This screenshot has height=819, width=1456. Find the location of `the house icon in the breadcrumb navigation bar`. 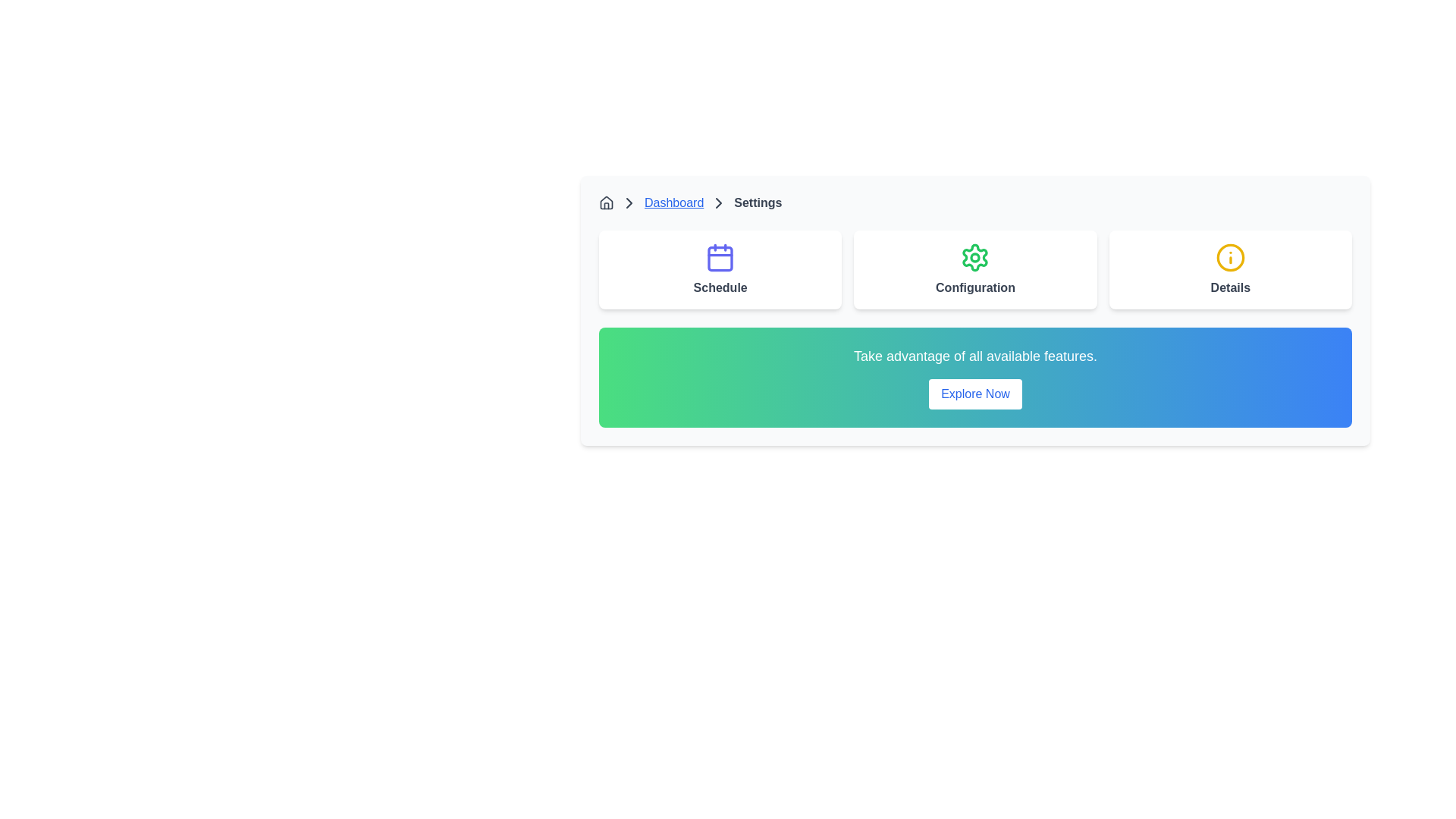

the house icon in the breadcrumb navigation bar is located at coordinates (607, 201).